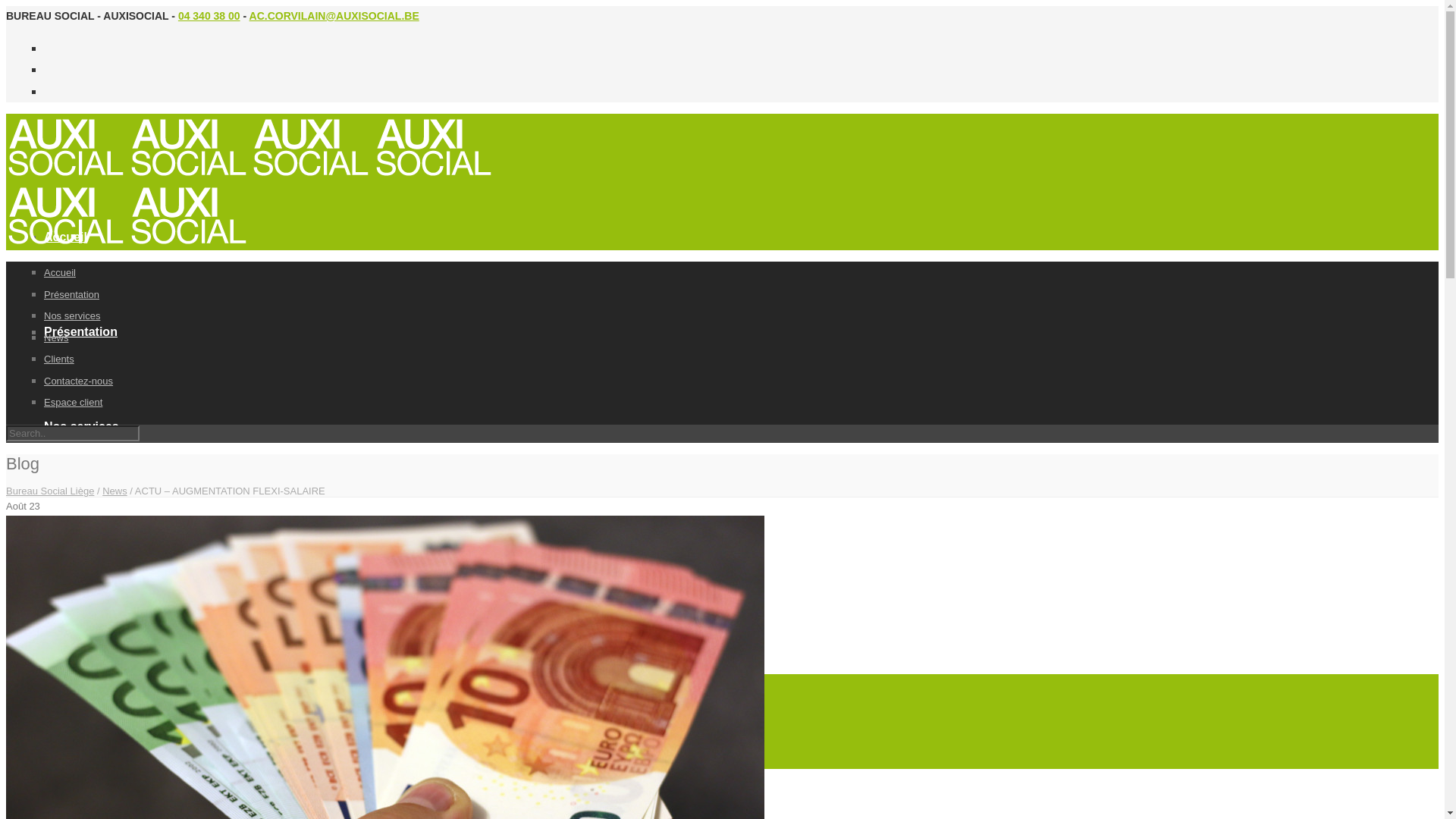 The height and width of the screenshot is (819, 1456). Describe the element at coordinates (58, 359) in the screenshot. I see `'Clients'` at that location.